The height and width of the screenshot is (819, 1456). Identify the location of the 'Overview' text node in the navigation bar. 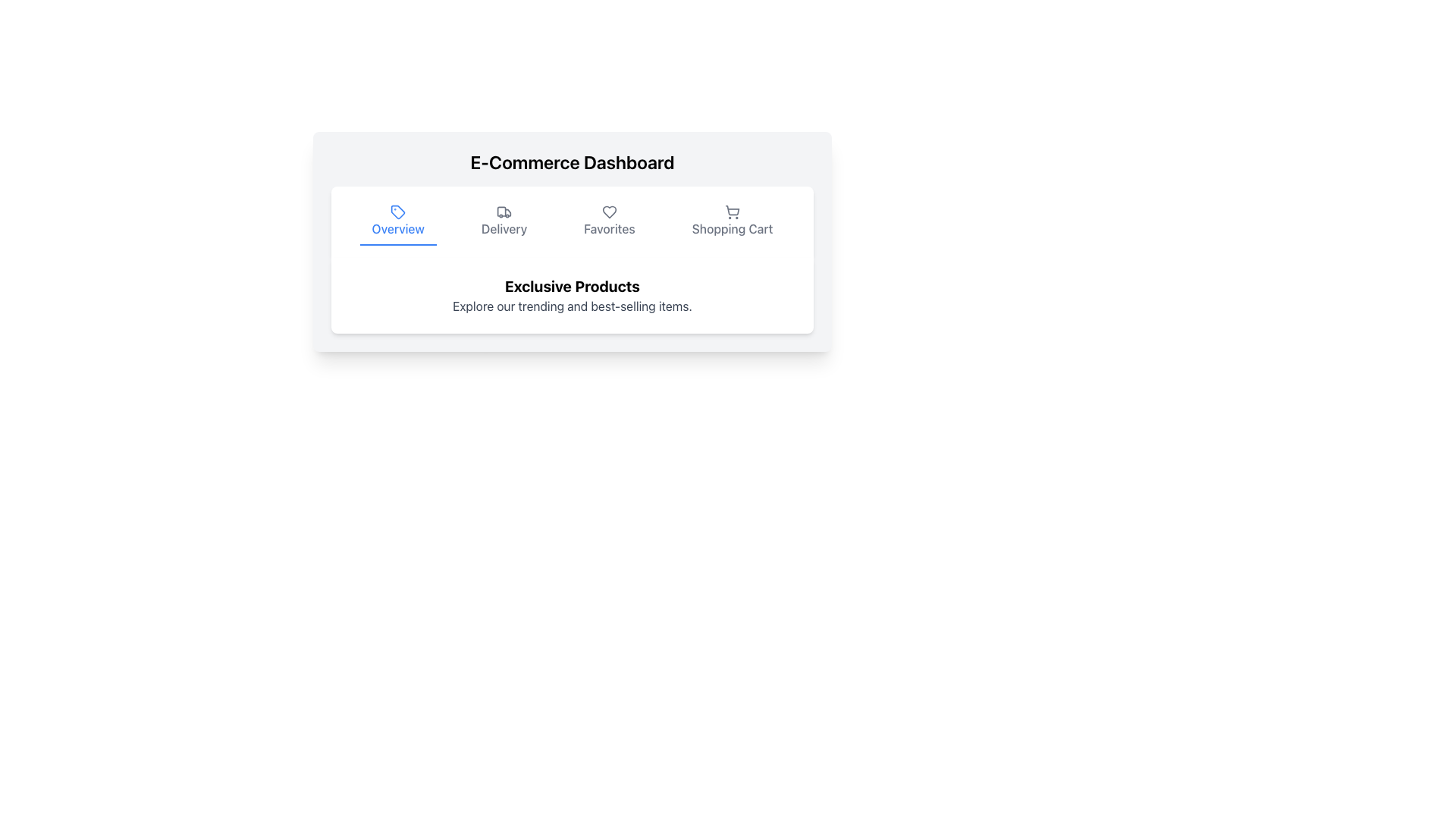
(398, 228).